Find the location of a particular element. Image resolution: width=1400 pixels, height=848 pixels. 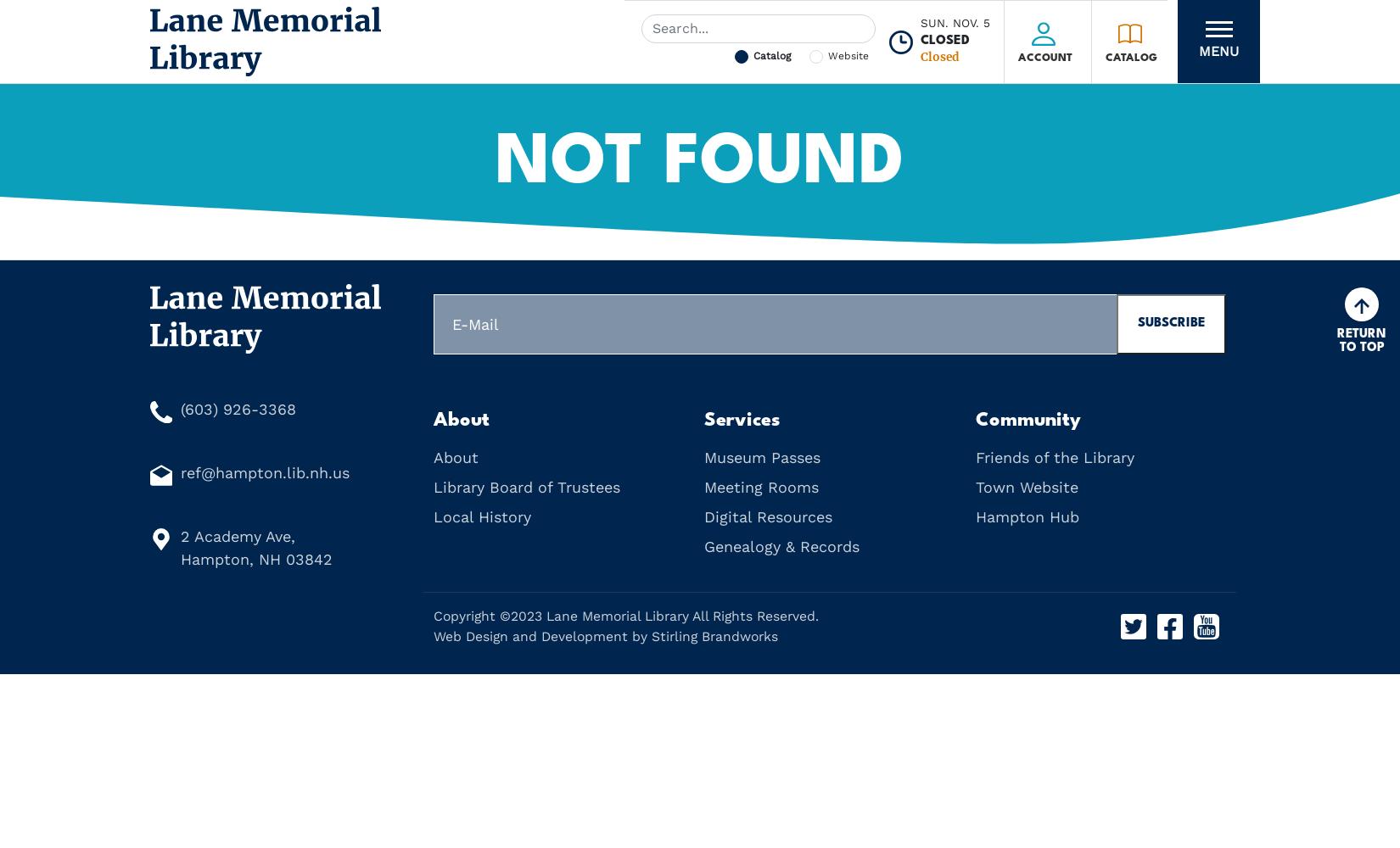

'to Top' is located at coordinates (1360, 347).